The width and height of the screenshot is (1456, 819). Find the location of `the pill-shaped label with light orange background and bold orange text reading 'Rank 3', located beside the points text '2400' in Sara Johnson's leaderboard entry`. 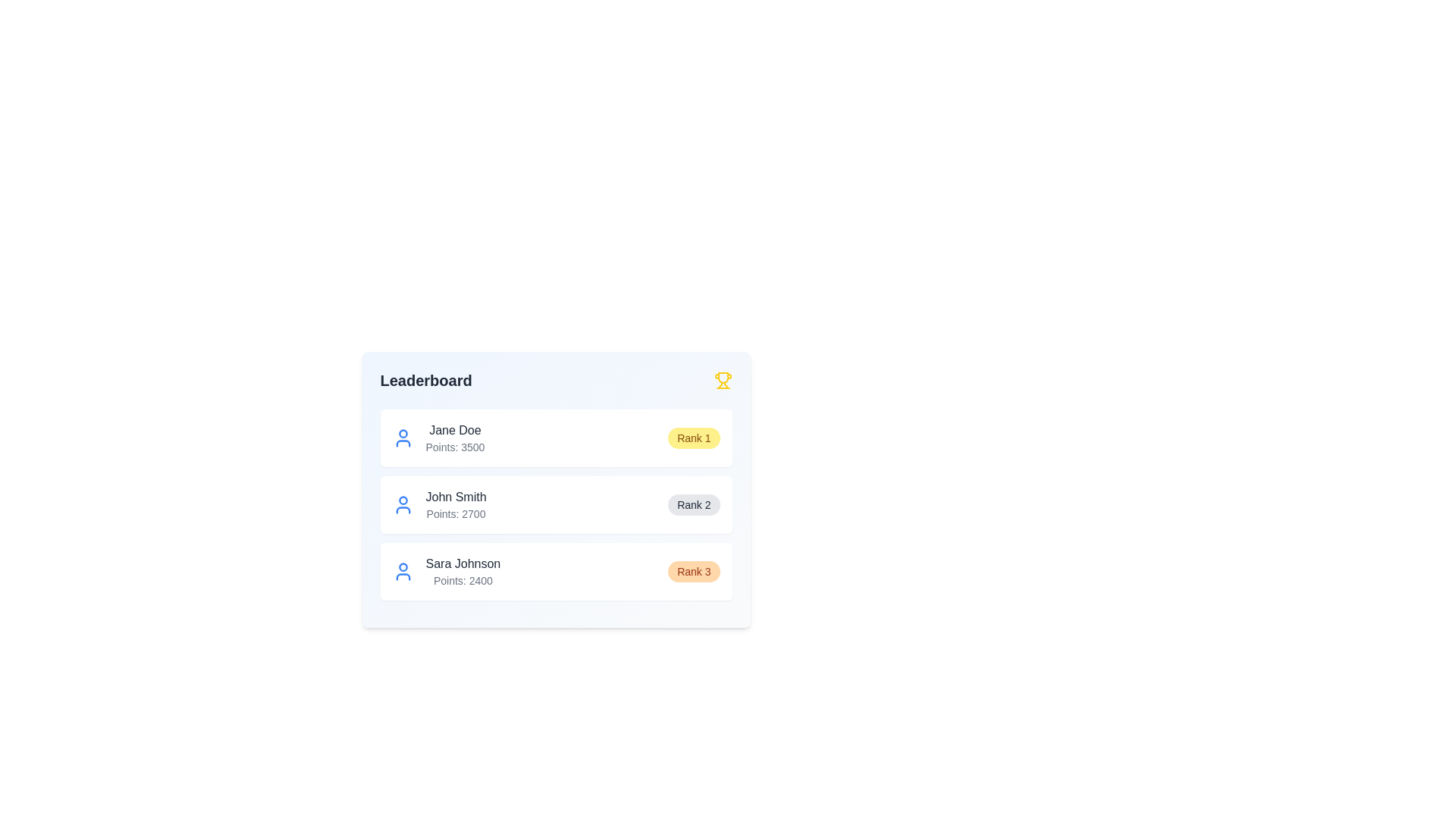

the pill-shaped label with light orange background and bold orange text reading 'Rank 3', located beside the points text '2400' in Sara Johnson's leaderboard entry is located at coordinates (693, 571).